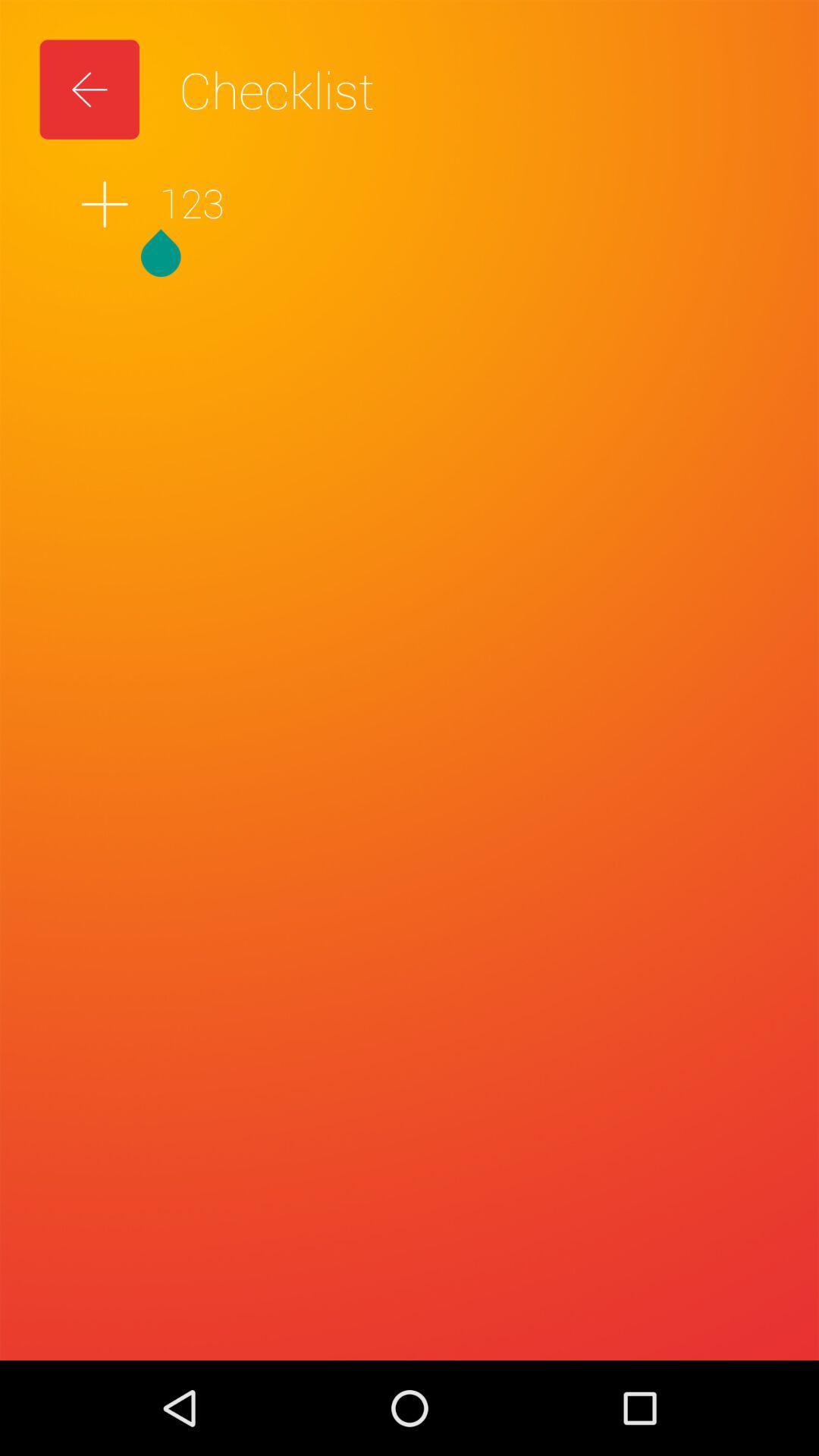  Describe the element at coordinates (89, 89) in the screenshot. I see `the arrow_backward icon` at that location.